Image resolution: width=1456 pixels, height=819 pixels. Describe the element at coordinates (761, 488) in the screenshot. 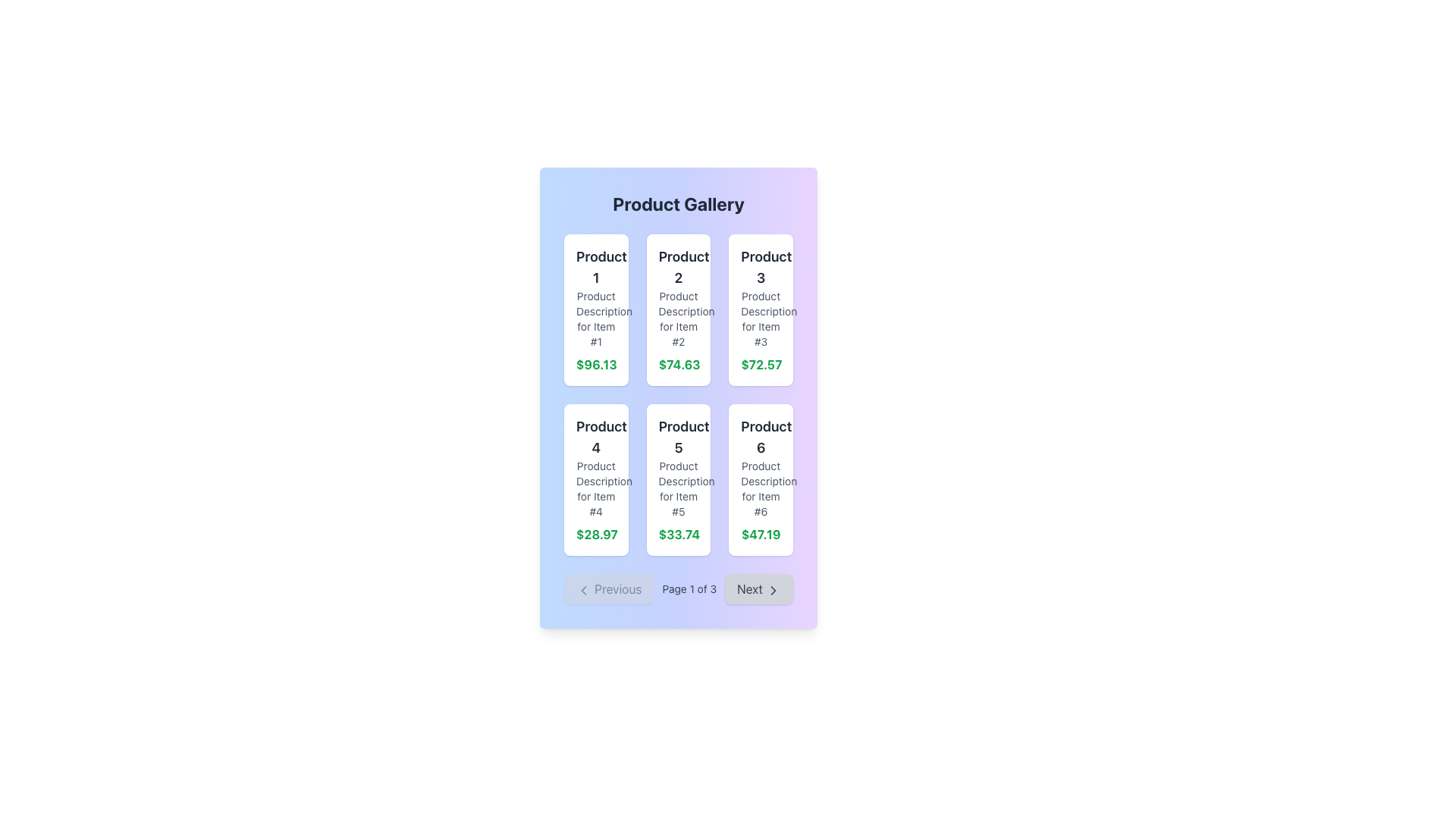

I see `the descriptive text label for 'Product 6' located in the bottom-right card of the grid layout` at that location.